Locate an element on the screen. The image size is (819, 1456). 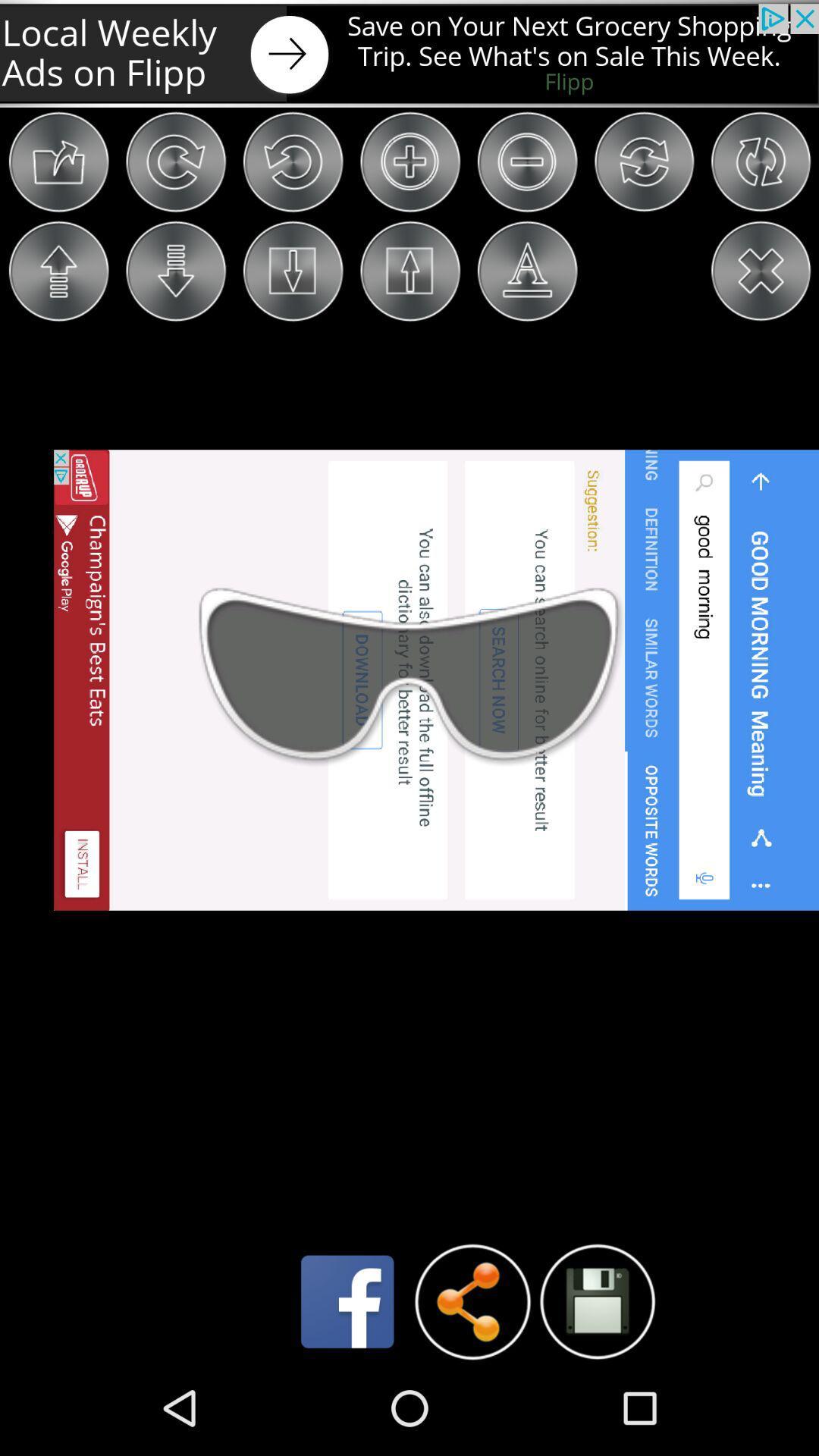
auto play the music is located at coordinates (596, 1301).